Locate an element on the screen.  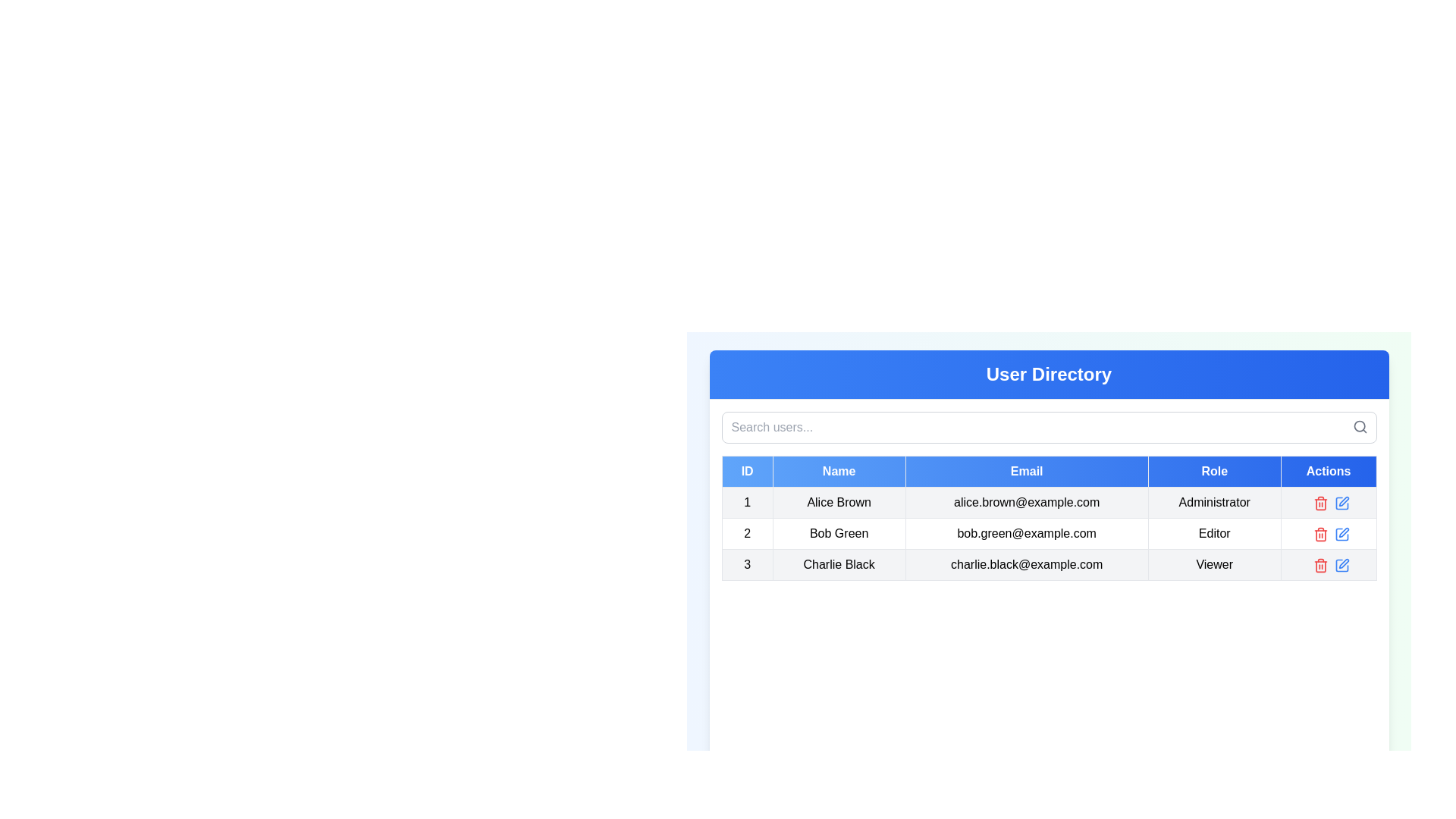
the red trash can button for deletion action located in the 'Actions' column of the second row corresponding to the user with the email 'bob.green@example.com' is located at coordinates (1320, 503).